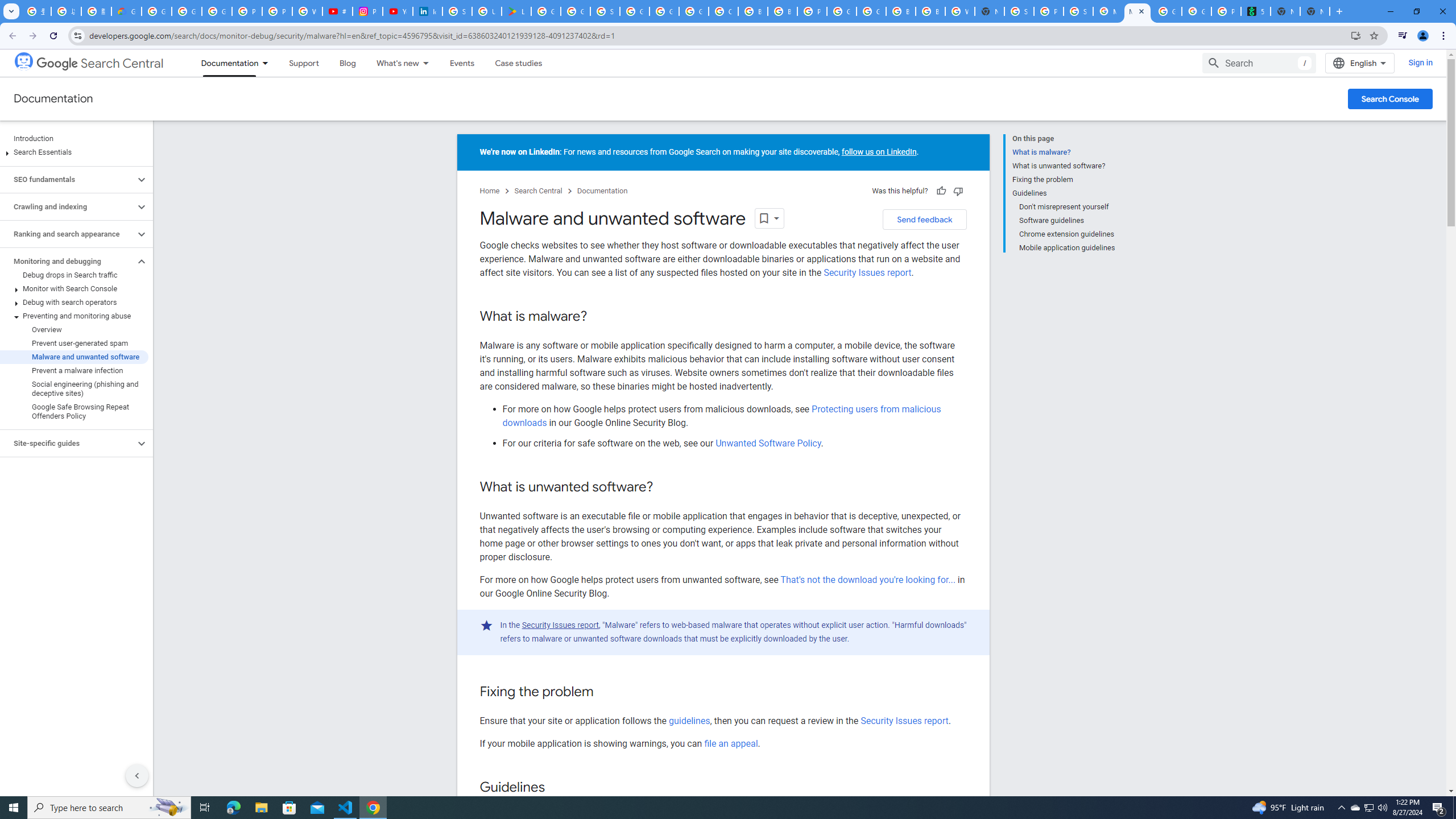 The width and height of the screenshot is (1456, 819). What do you see at coordinates (489, 191) in the screenshot?
I see `'Home'` at bounding box center [489, 191].